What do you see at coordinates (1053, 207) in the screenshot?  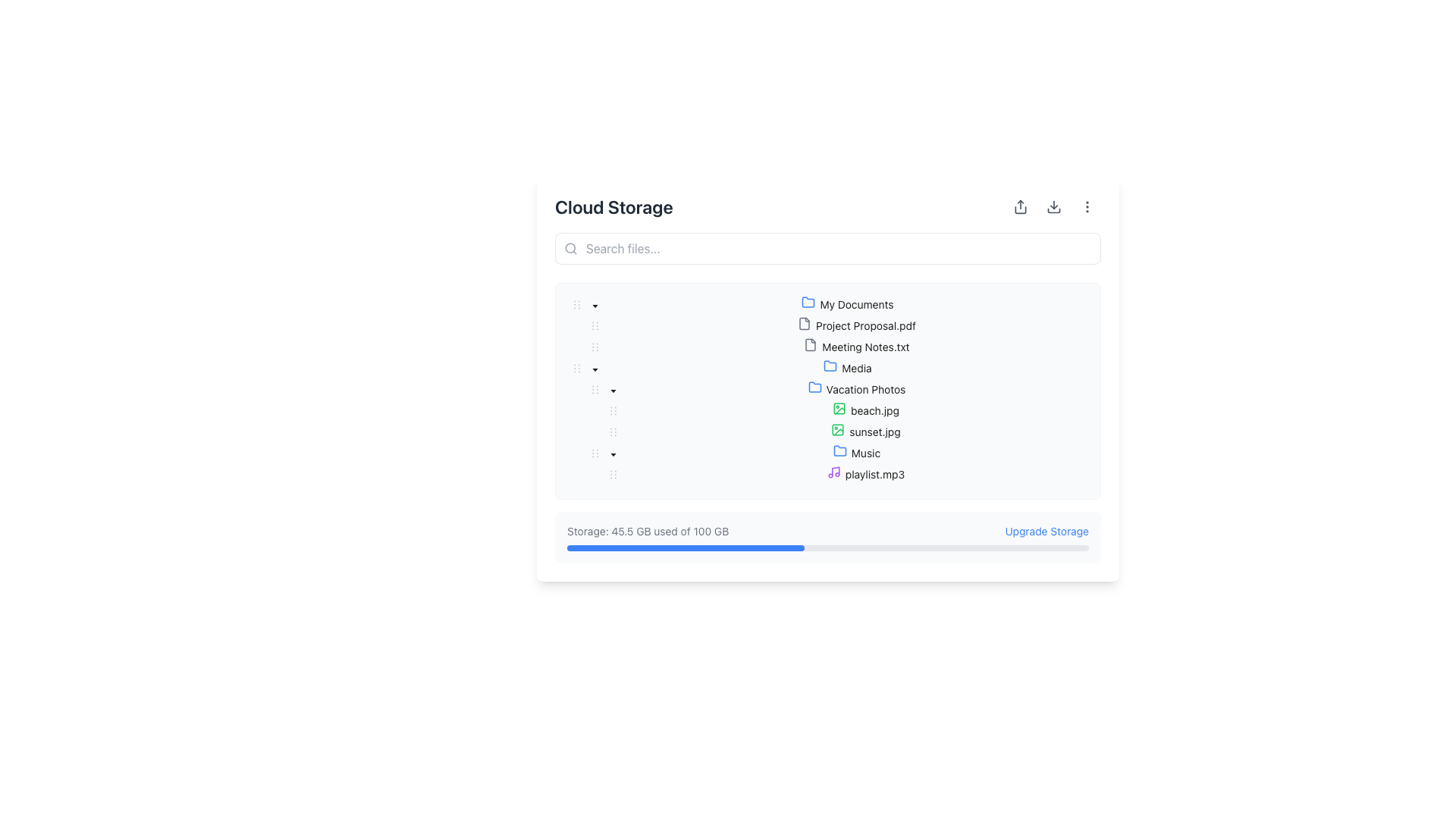 I see `the downward arrow icon located in the top-right corner of the interface, which is the second icon from the left in a group of three icons` at bounding box center [1053, 207].